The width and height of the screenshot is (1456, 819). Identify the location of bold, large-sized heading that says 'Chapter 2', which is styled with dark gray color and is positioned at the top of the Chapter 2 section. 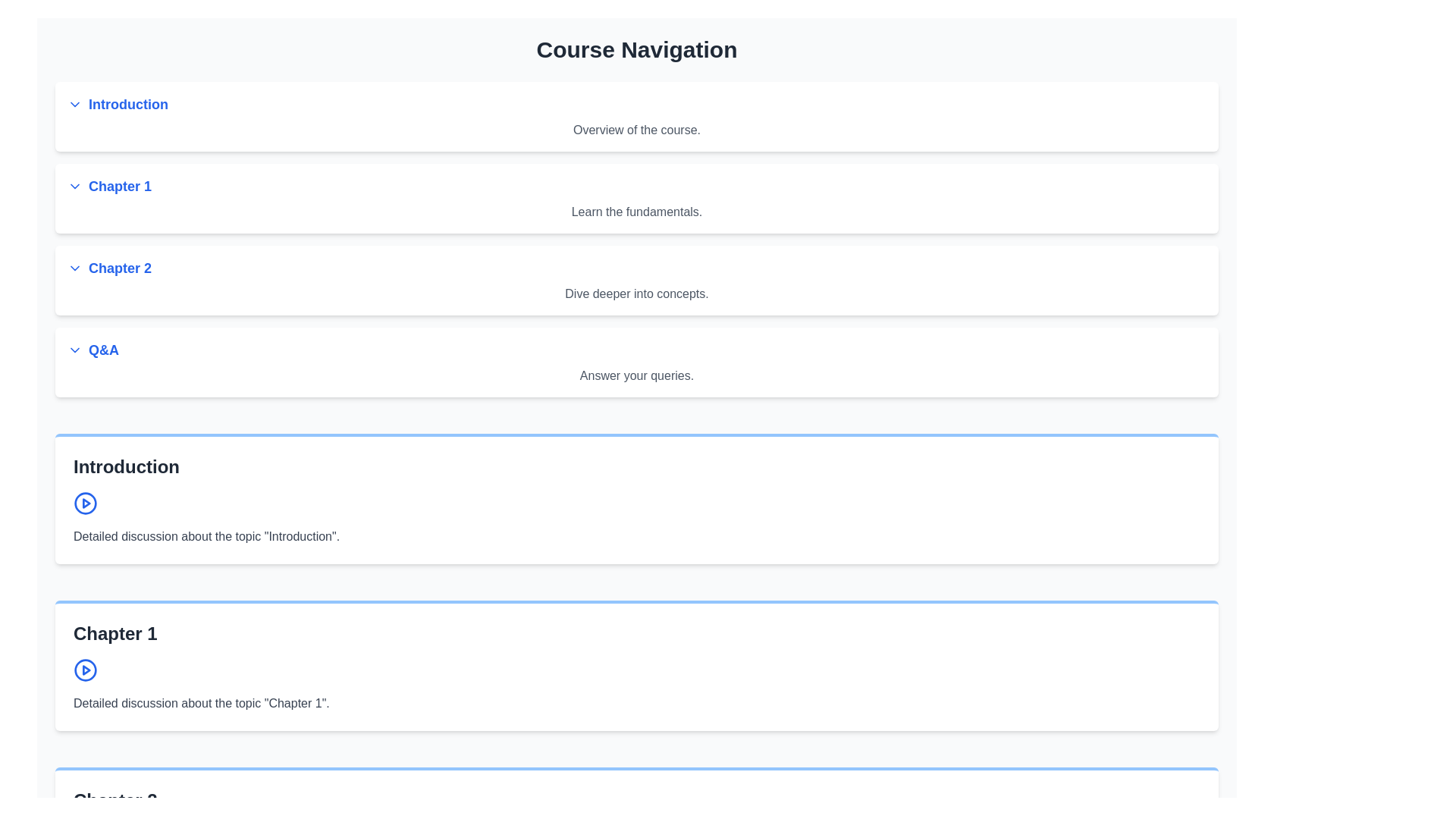
(115, 800).